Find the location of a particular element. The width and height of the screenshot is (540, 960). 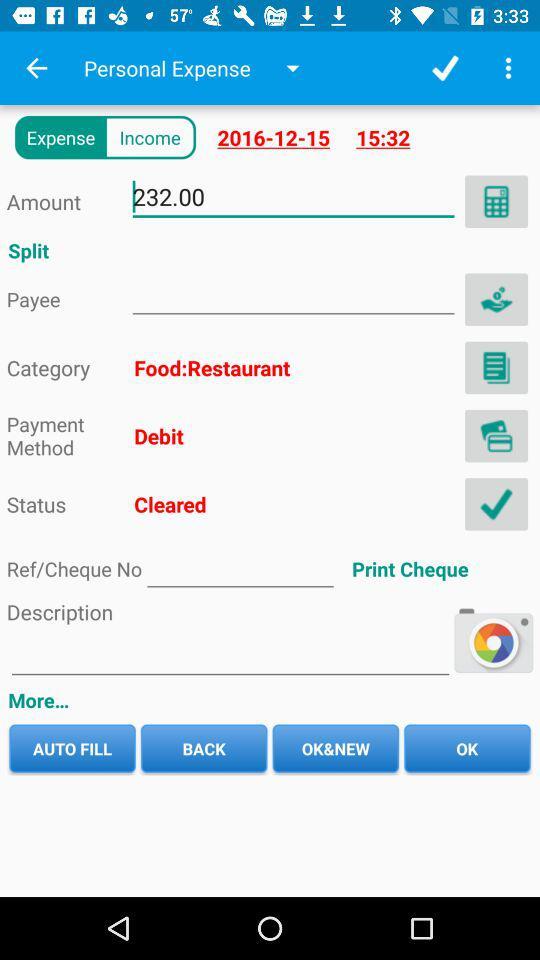

calculate is located at coordinates (495, 201).